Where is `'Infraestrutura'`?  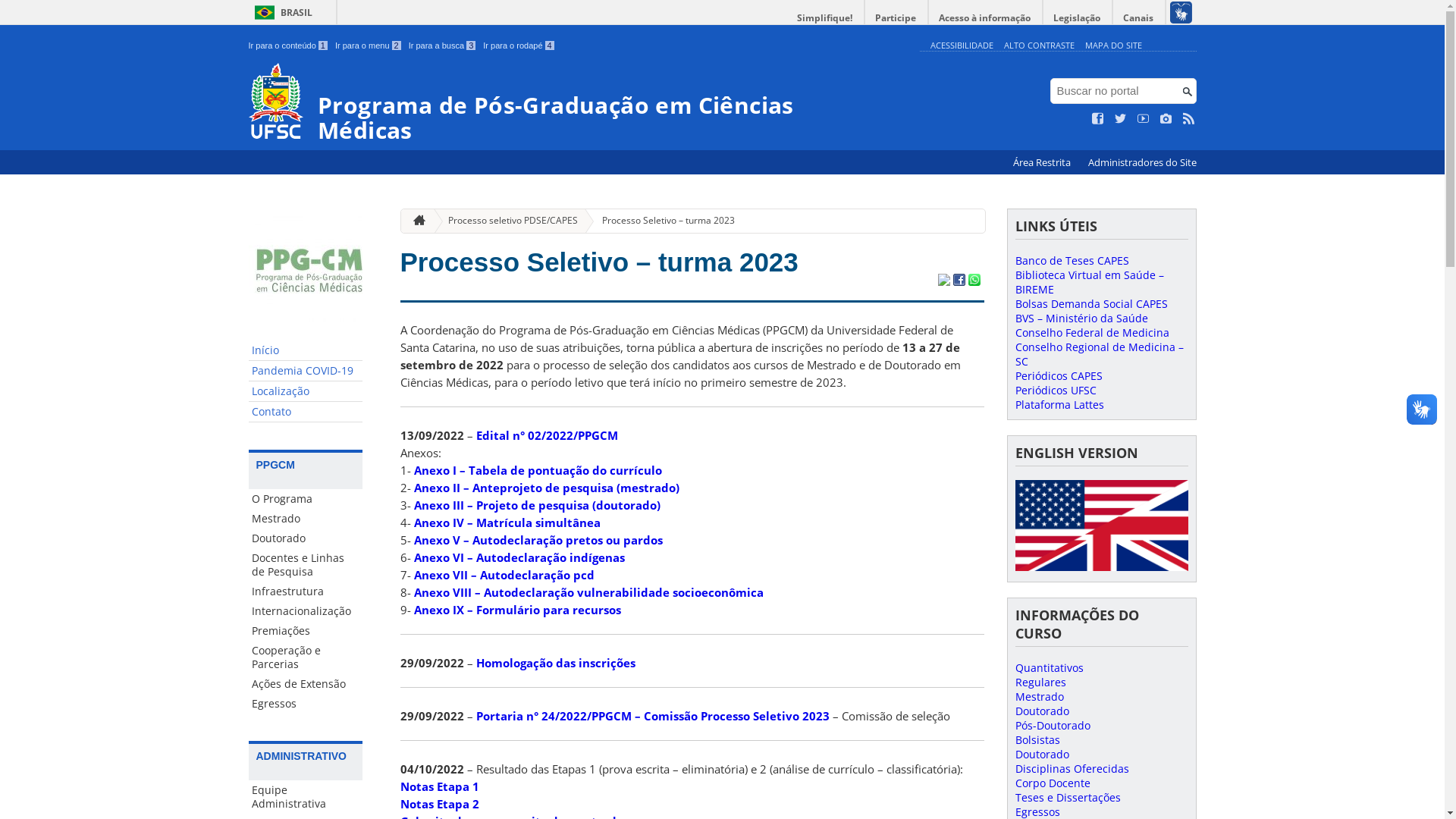
'Infraestrutura' is located at coordinates (305, 590).